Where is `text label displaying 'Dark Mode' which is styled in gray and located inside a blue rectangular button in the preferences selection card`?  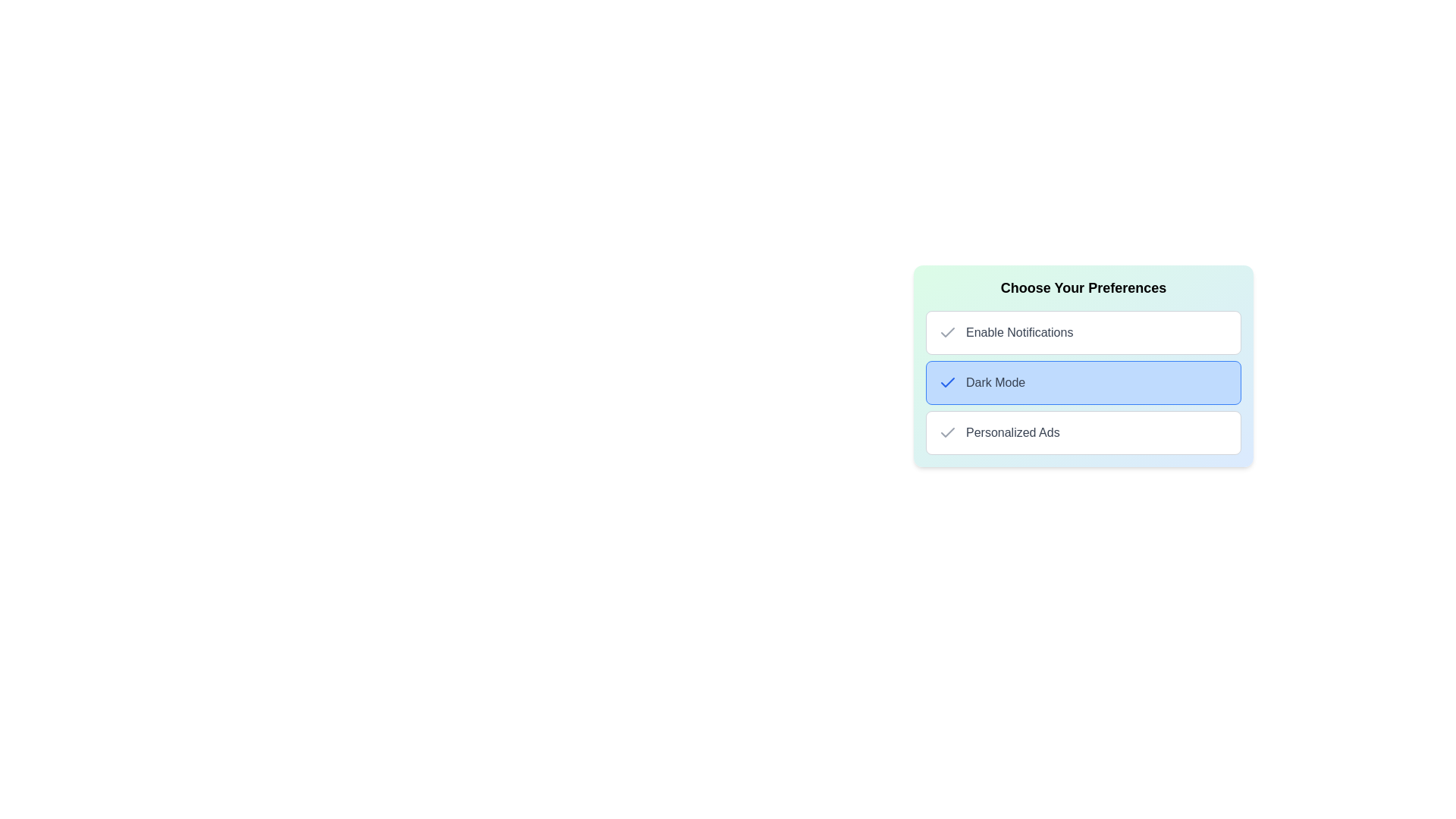 text label displaying 'Dark Mode' which is styled in gray and located inside a blue rectangular button in the preferences selection card is located at coordinates (996, 382).